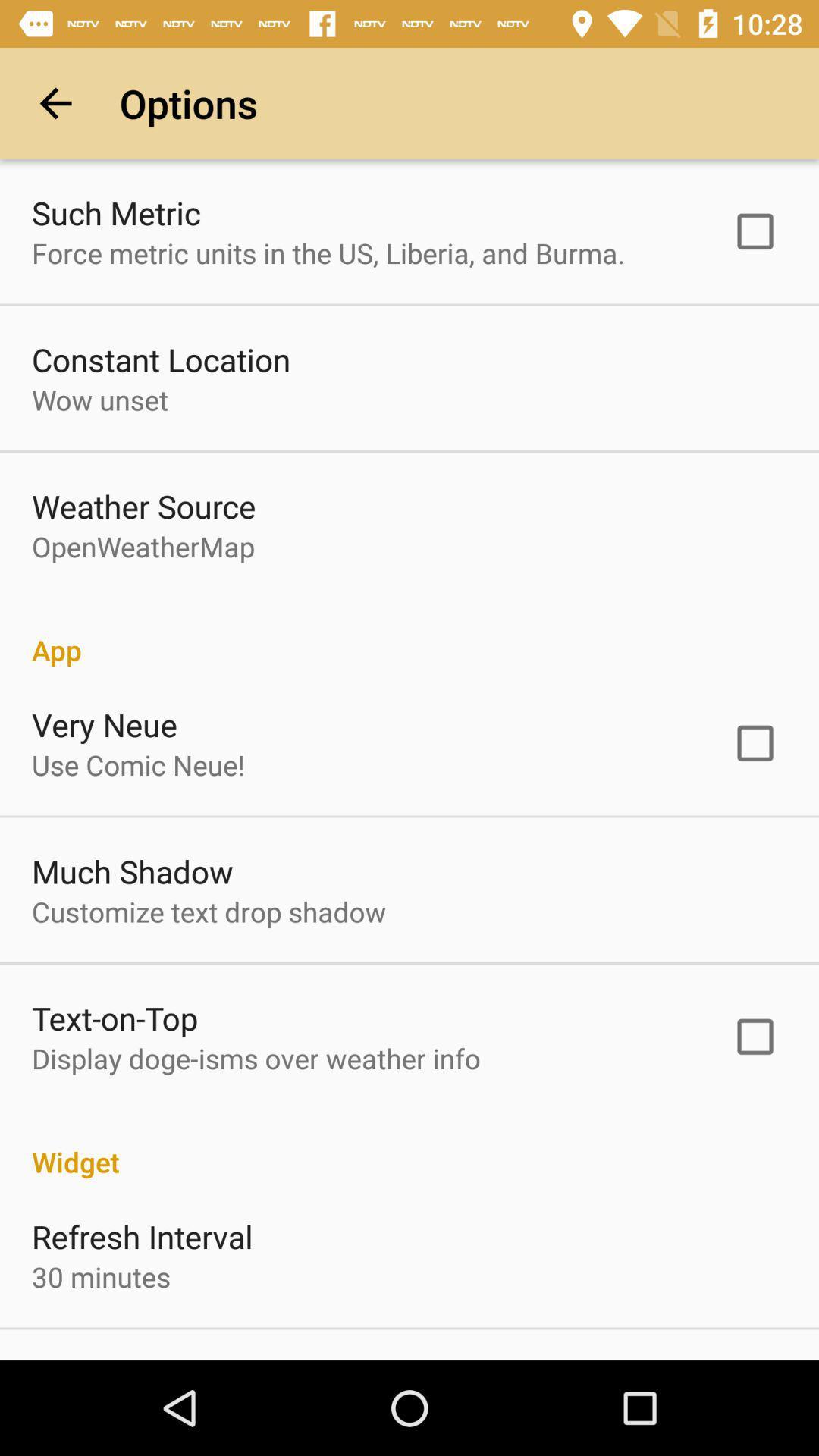 This screenshot has width=819, height=1456. I want to click on app to the left of options item, so click(55, 102).